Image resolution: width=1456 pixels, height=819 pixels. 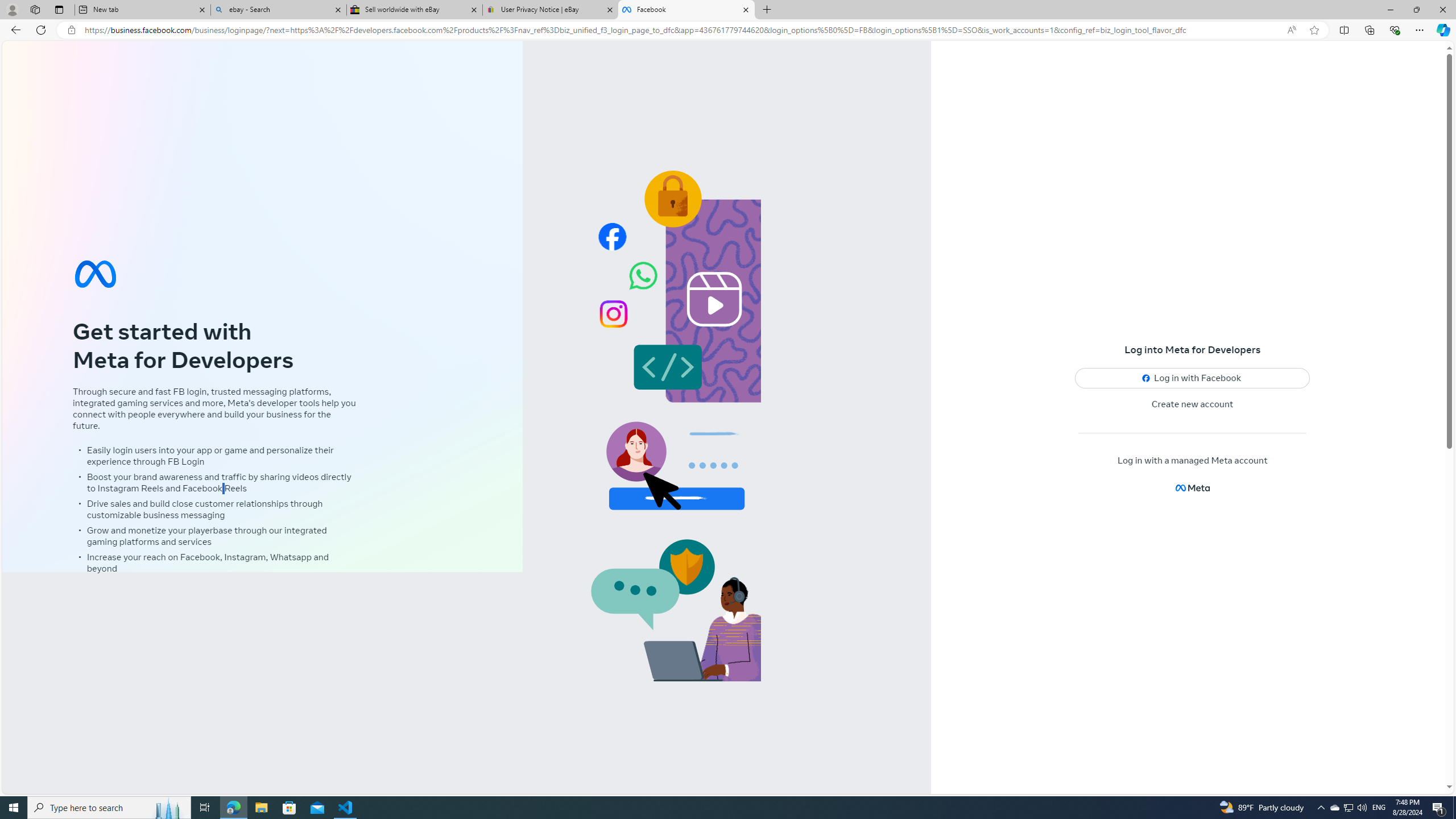 What do you see at coordinates (1192, 460) in the screenshot?
I see `'Log in with a managed Meta account'` at bounding box center [1192, 460].